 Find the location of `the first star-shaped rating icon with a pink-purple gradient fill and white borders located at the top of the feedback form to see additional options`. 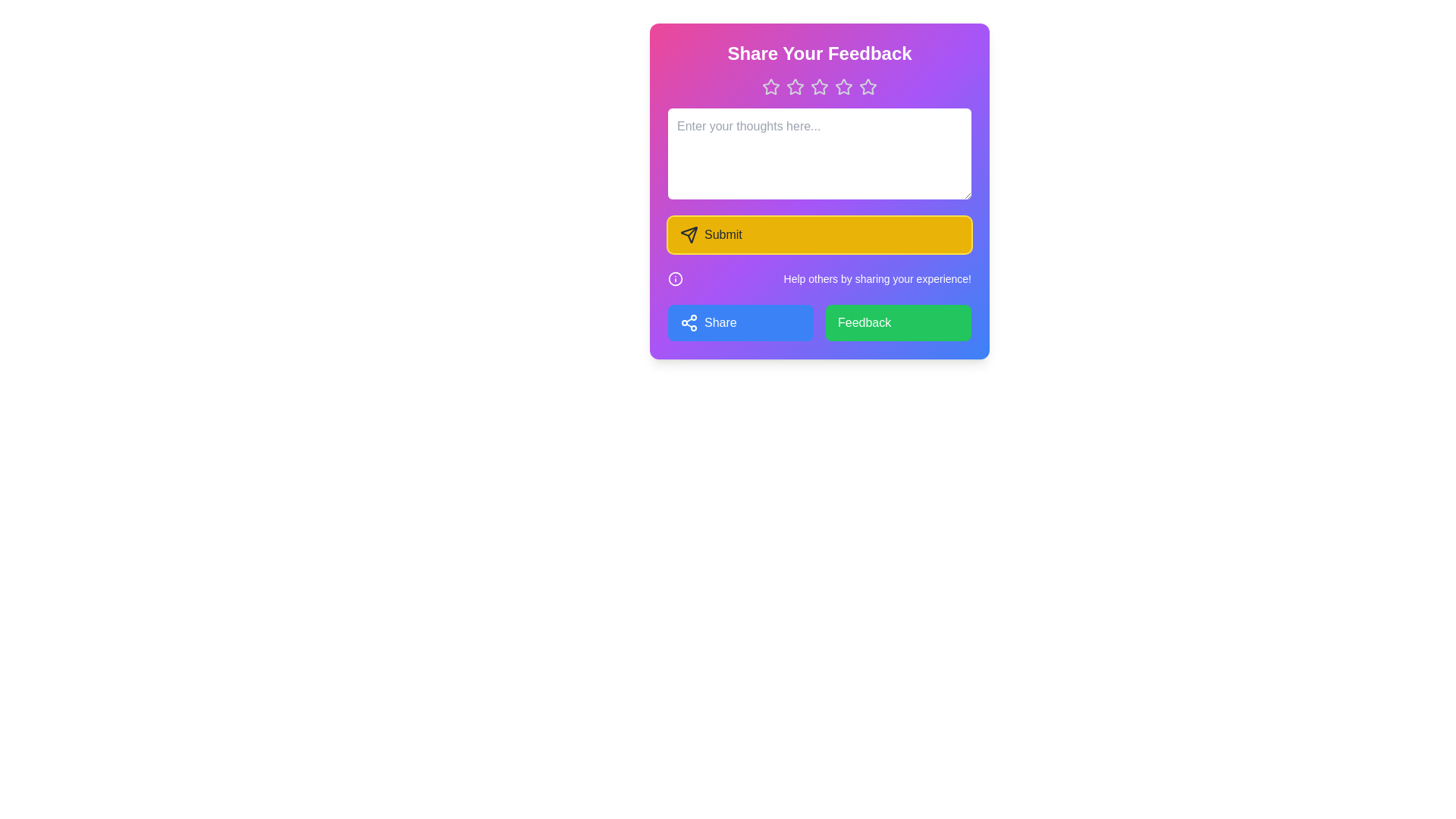

the first star-shaped rating icon with a pink-purple gradient fill and white borders located at the top of the feedback form to see additional options is located at coordinates (771, 86).